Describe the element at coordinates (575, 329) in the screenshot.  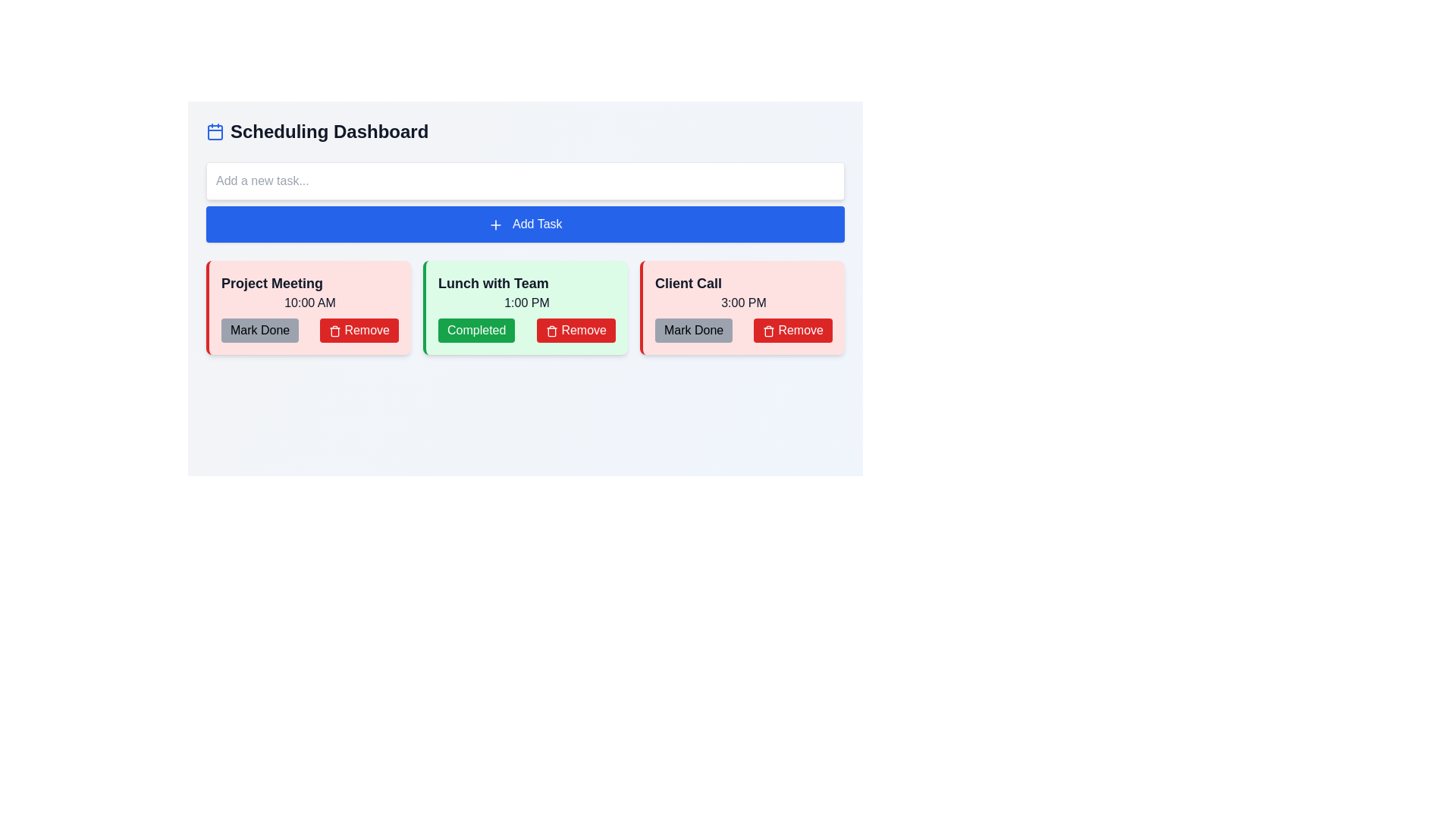
I see `the 'Remove' button with a red background and trash can icon, located in the second task card labeled 'Lunch with Team'` at that location.